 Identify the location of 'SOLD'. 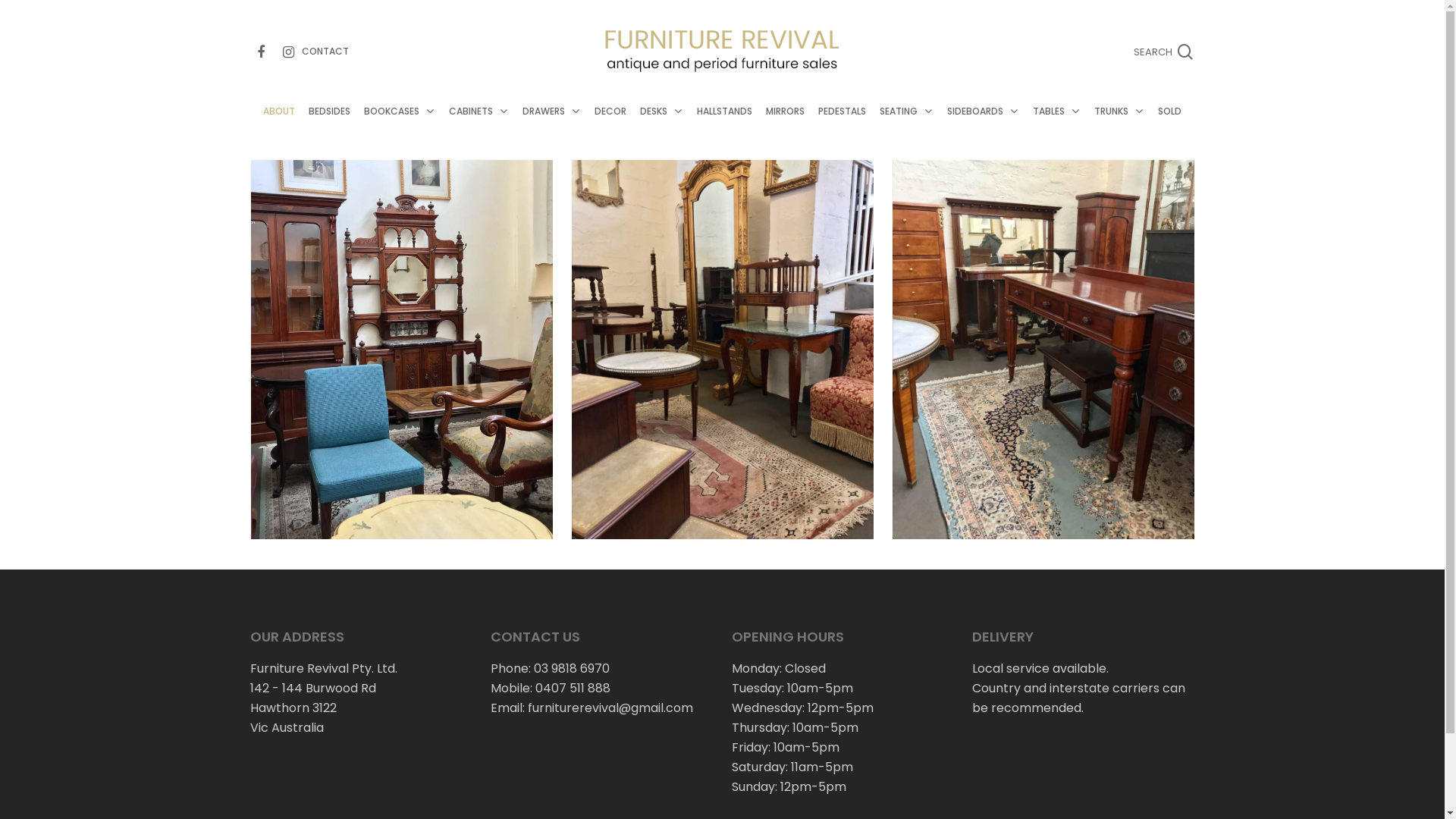
(1150, 125).